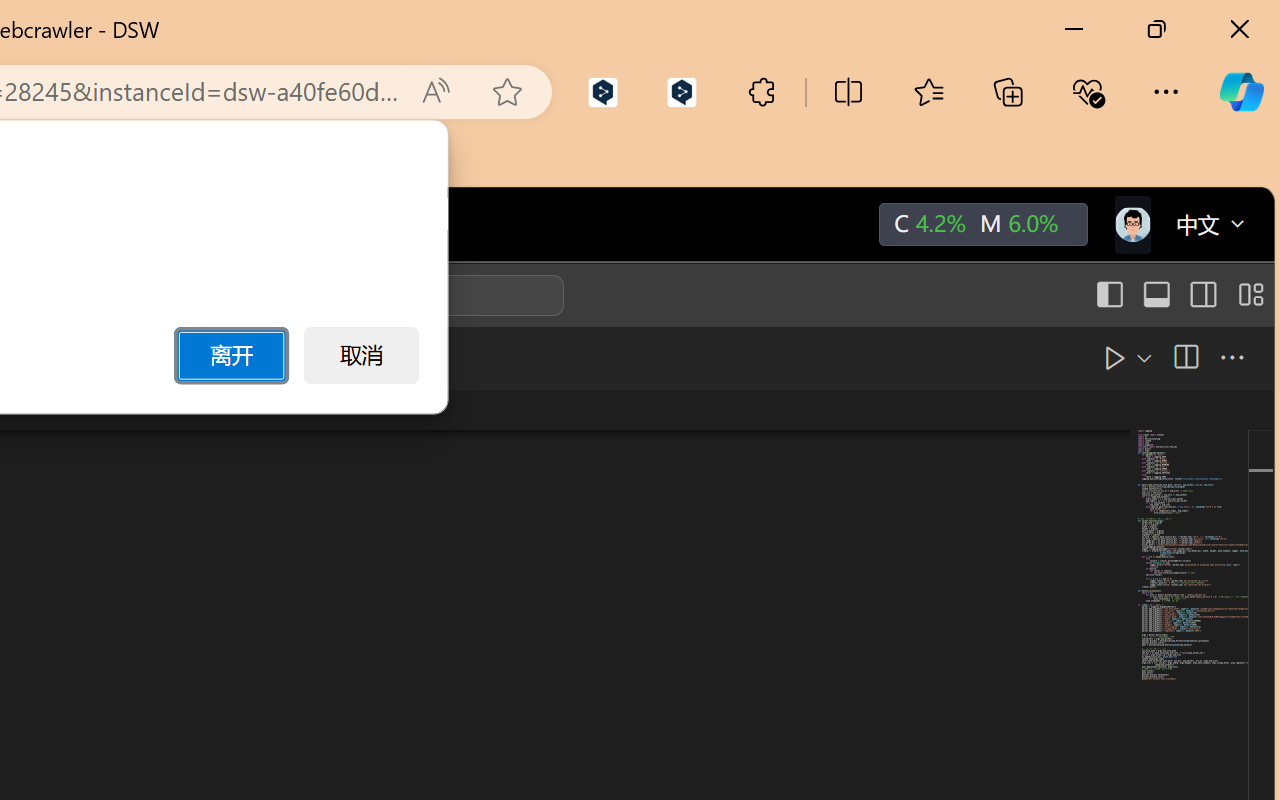 Image resolution: width=1280 pixels, height=800 pixels. Describe the element at coordinates (1131, 225) in the screenshot. I see `'Class: next-menu next-hoz widgets--iconMenu--BFkiHRM'` at that location.